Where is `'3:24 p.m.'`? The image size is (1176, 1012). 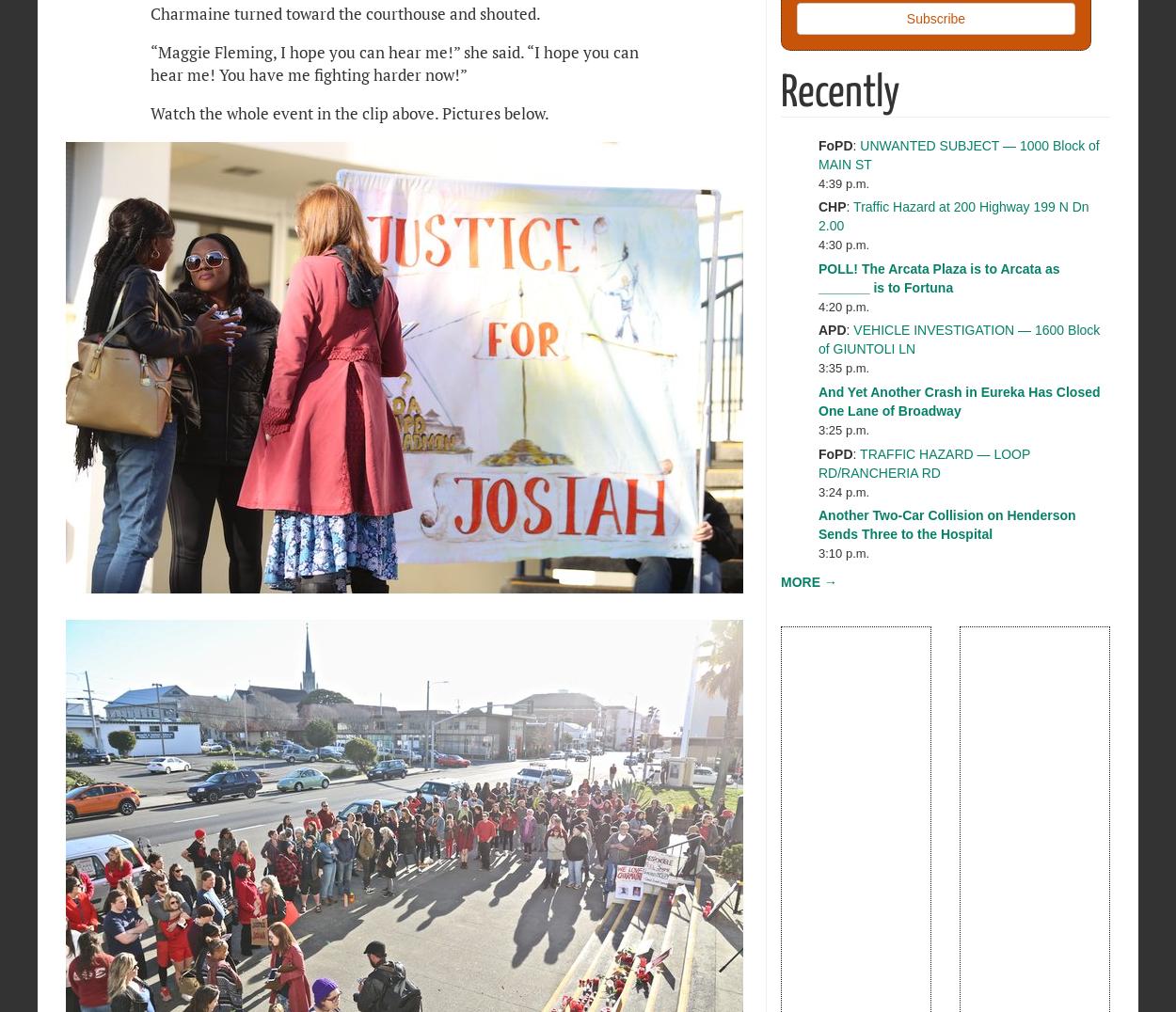 '3:24 p.m.' is located at coordinates (817, 491).